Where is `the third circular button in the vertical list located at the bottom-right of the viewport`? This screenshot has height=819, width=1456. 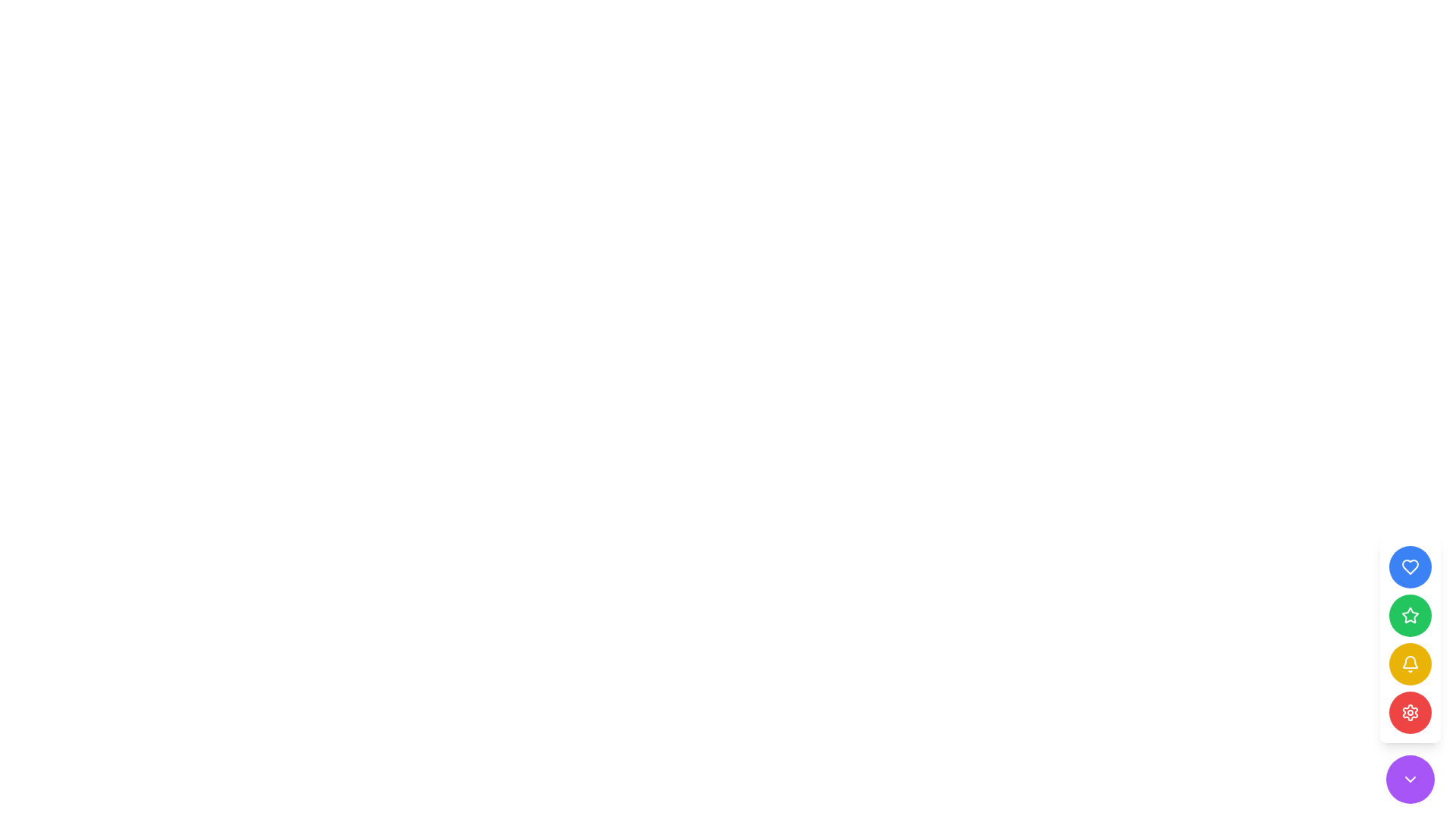 the third circular button in the vertical list located at the bottom-right of the viewport is located at coordinates (1410, 669).